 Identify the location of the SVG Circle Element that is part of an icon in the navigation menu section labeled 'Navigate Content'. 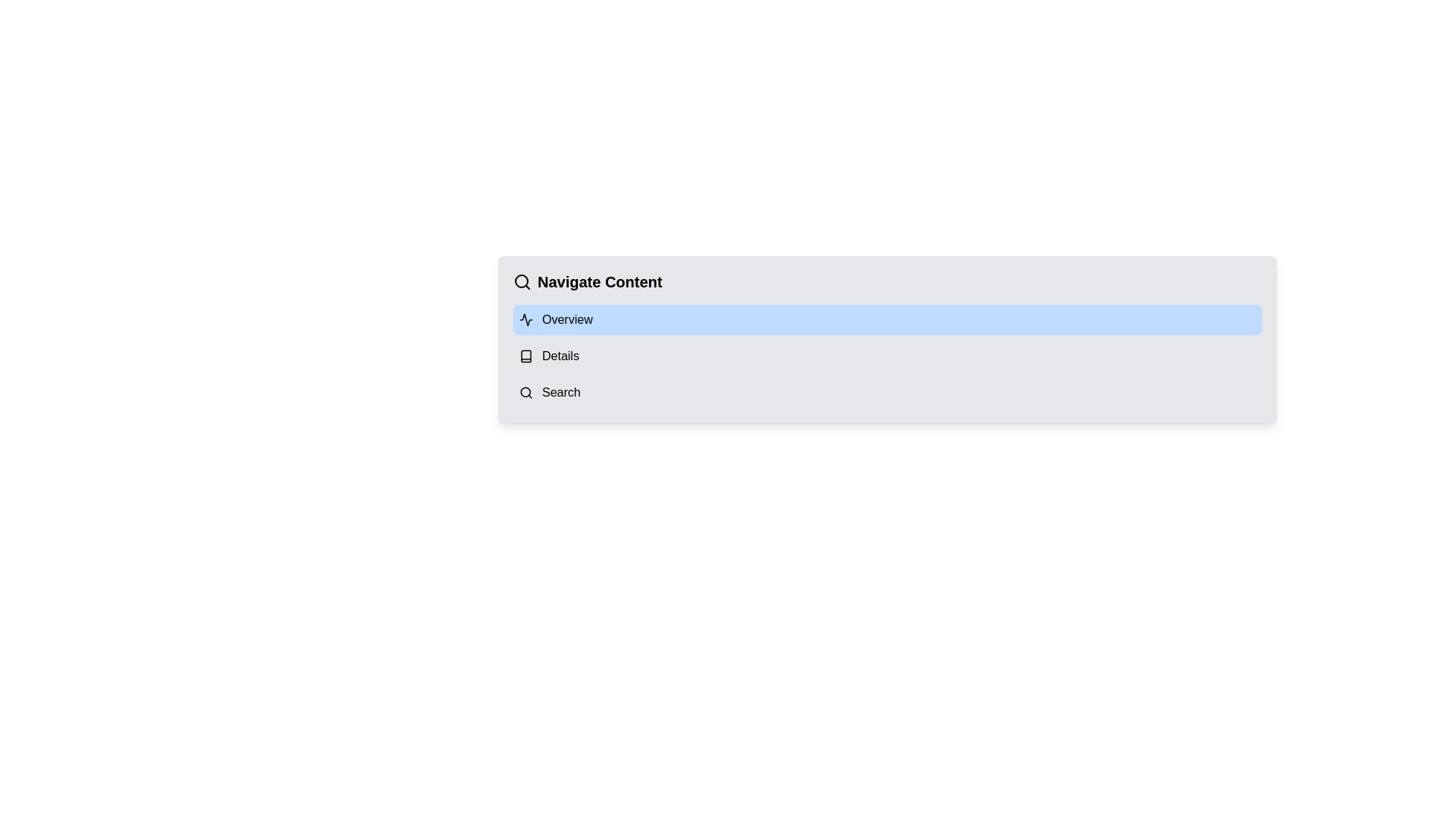
(521, 281).